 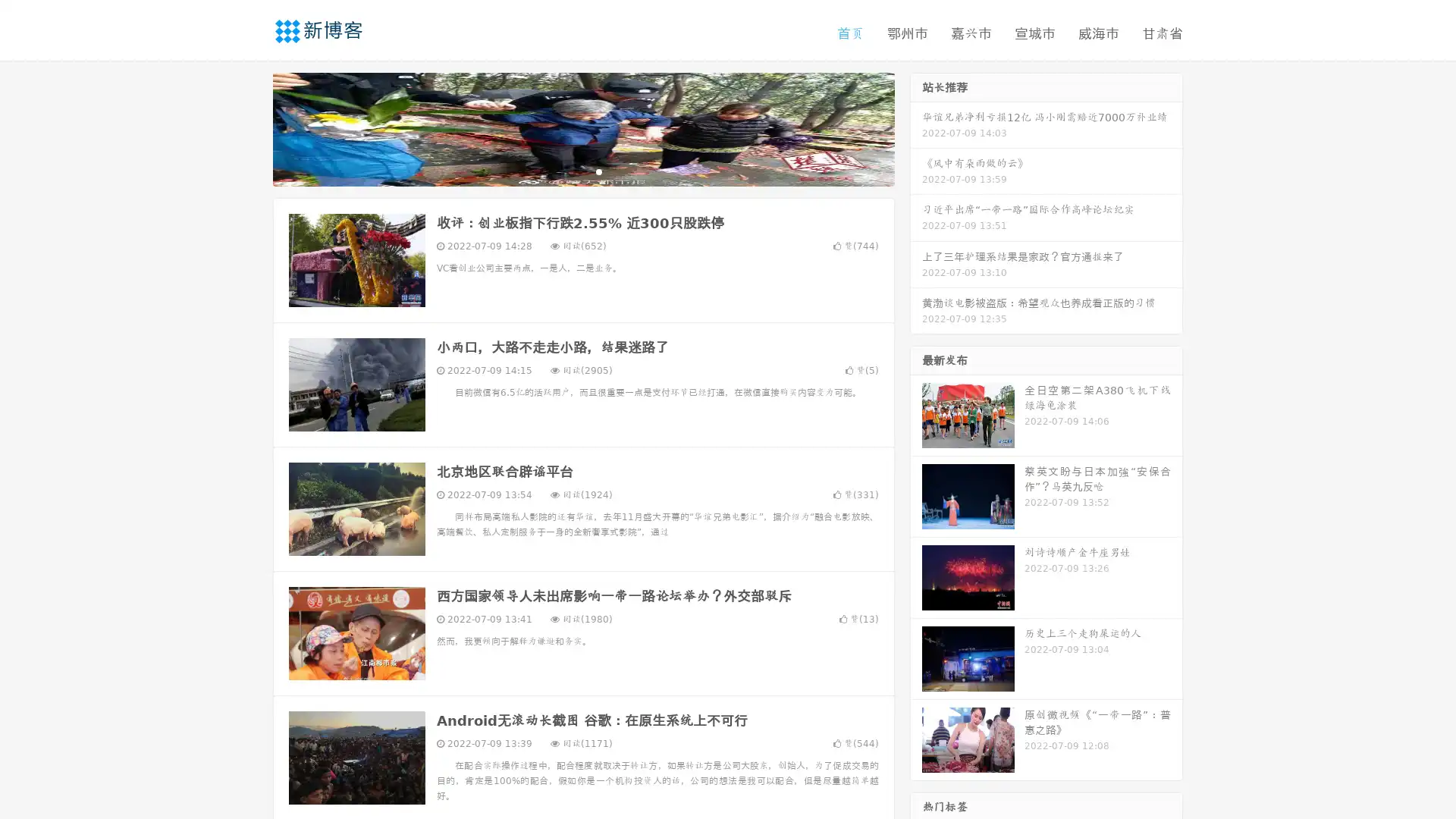 I want to click on Go to slide 1, so click(x=567, y=171).